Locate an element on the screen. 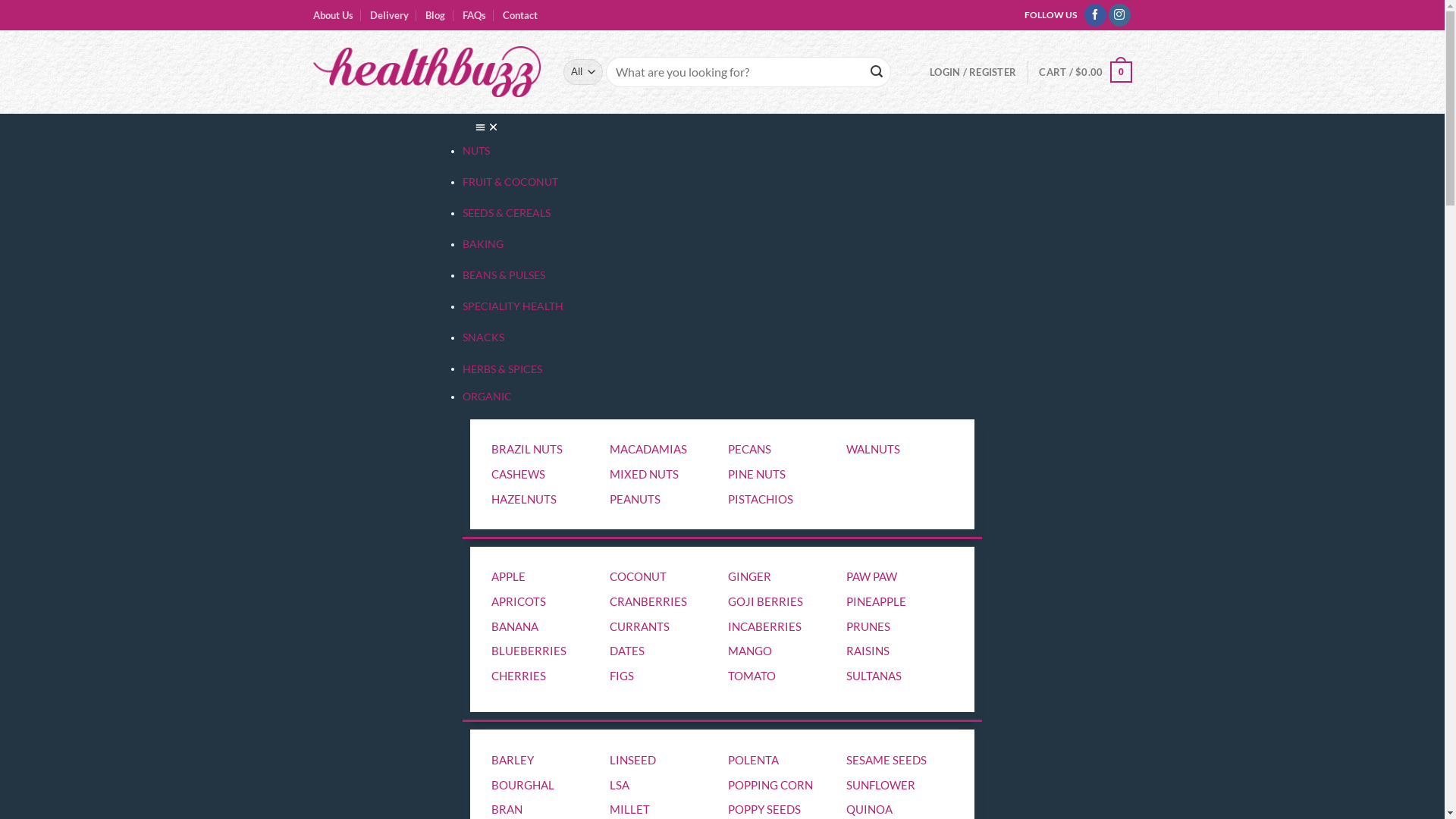 The image size is (1456, 819). 'ORGANIC' is located at coordinates (487, 396).